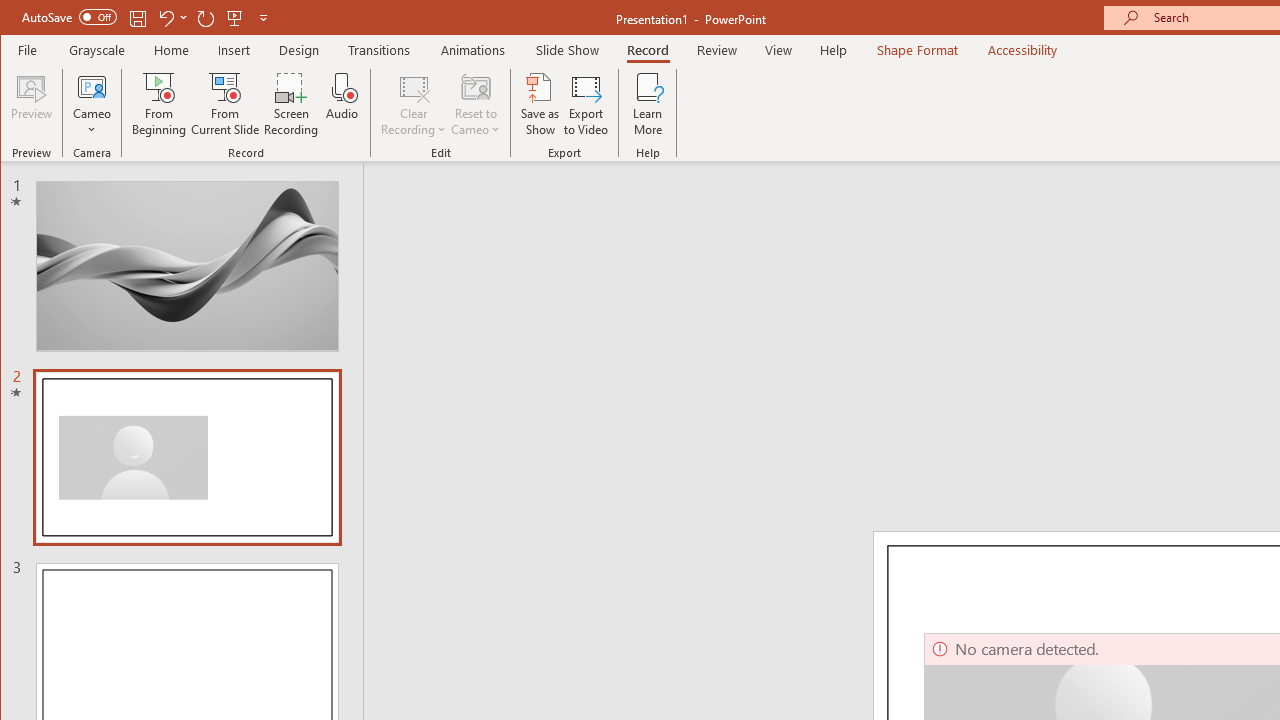  I want to click on 'Shape Format', so click(916, 49).